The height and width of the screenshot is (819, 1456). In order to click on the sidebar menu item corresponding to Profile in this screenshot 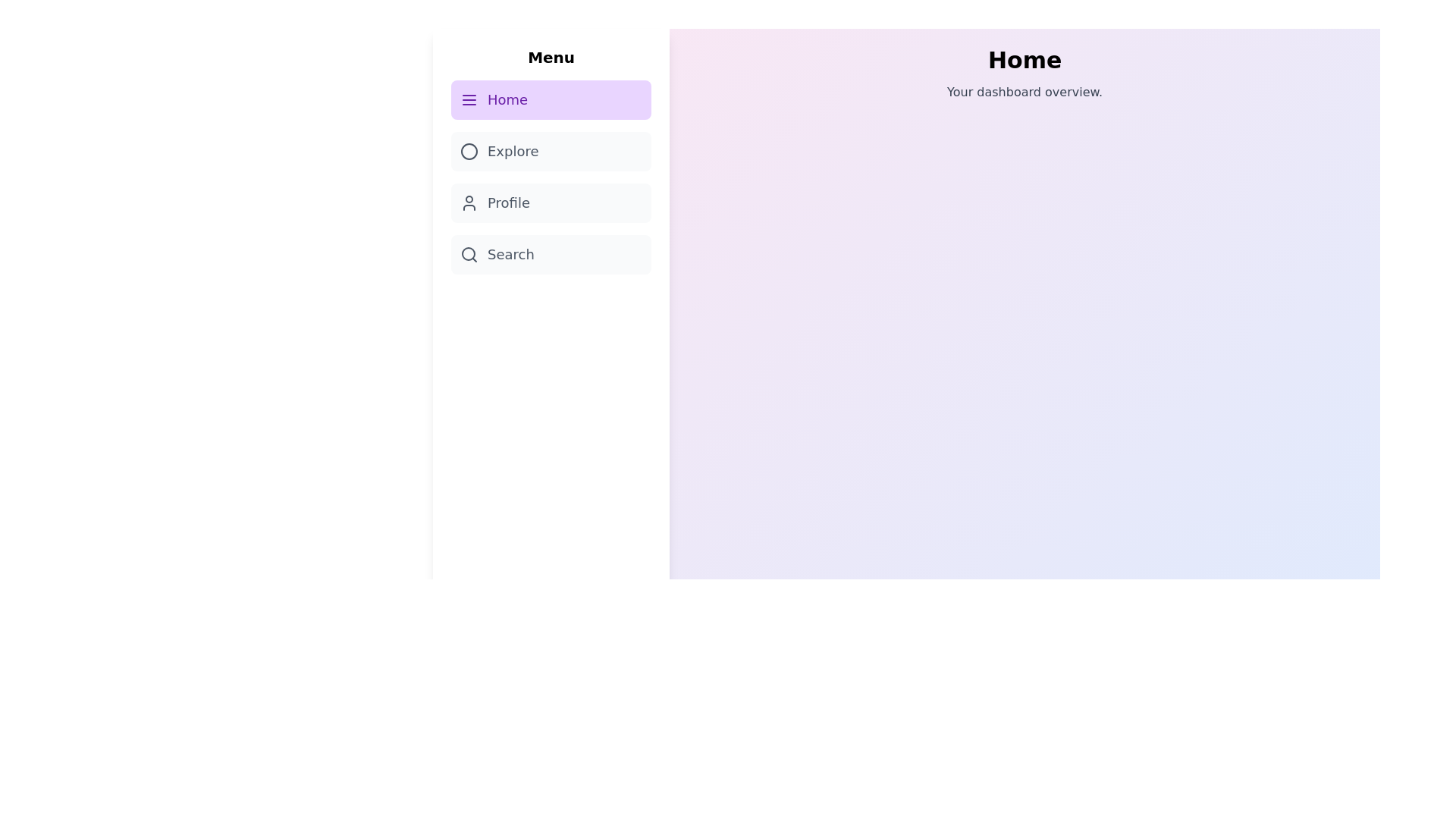, I will do `click(550, 202)`.